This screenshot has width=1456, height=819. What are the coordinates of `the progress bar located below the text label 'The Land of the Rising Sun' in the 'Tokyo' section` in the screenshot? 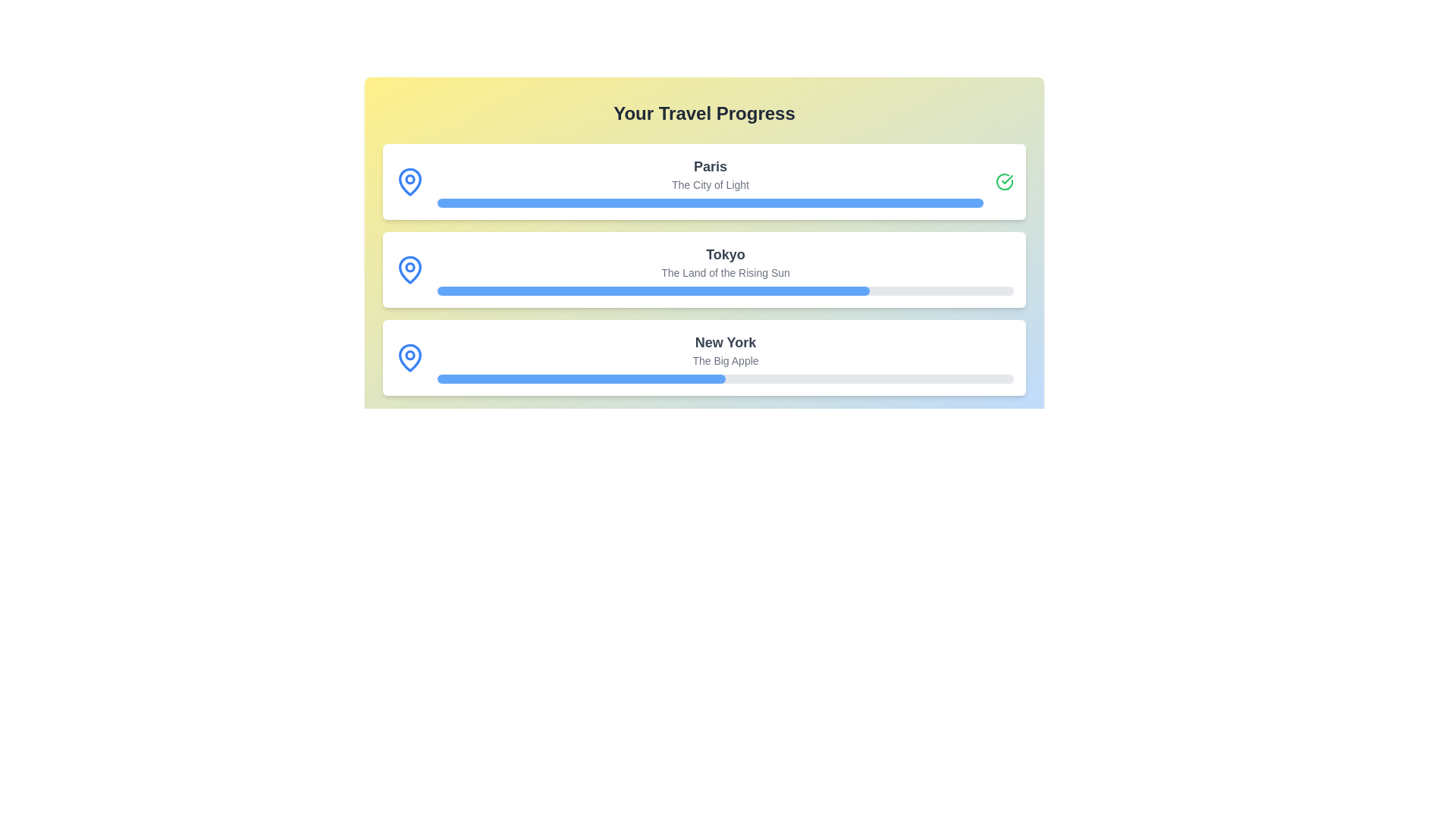 It's located at (724, 291).